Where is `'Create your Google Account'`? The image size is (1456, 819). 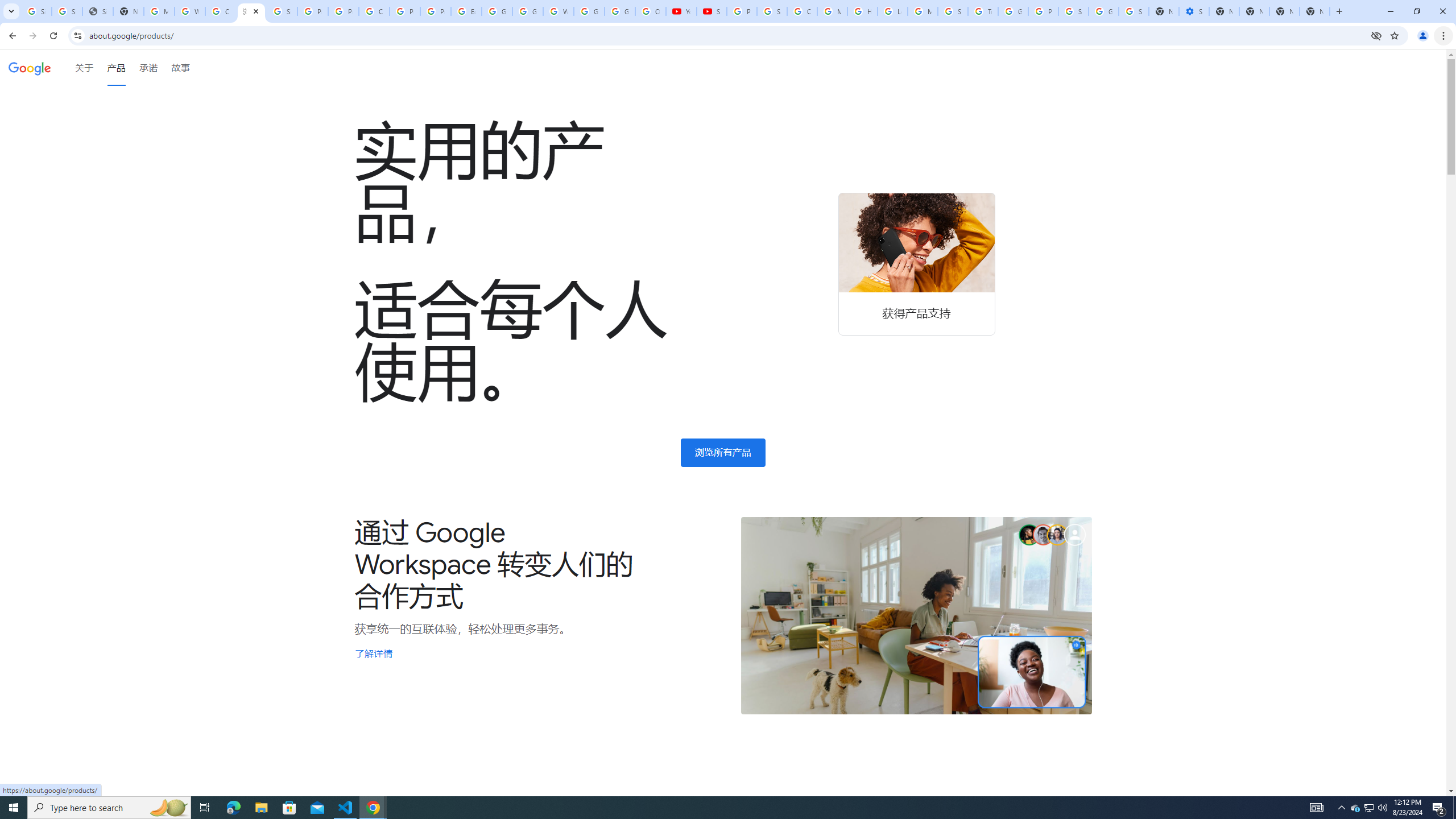
'Create your Google Account' is located at coordinates (373, 11).